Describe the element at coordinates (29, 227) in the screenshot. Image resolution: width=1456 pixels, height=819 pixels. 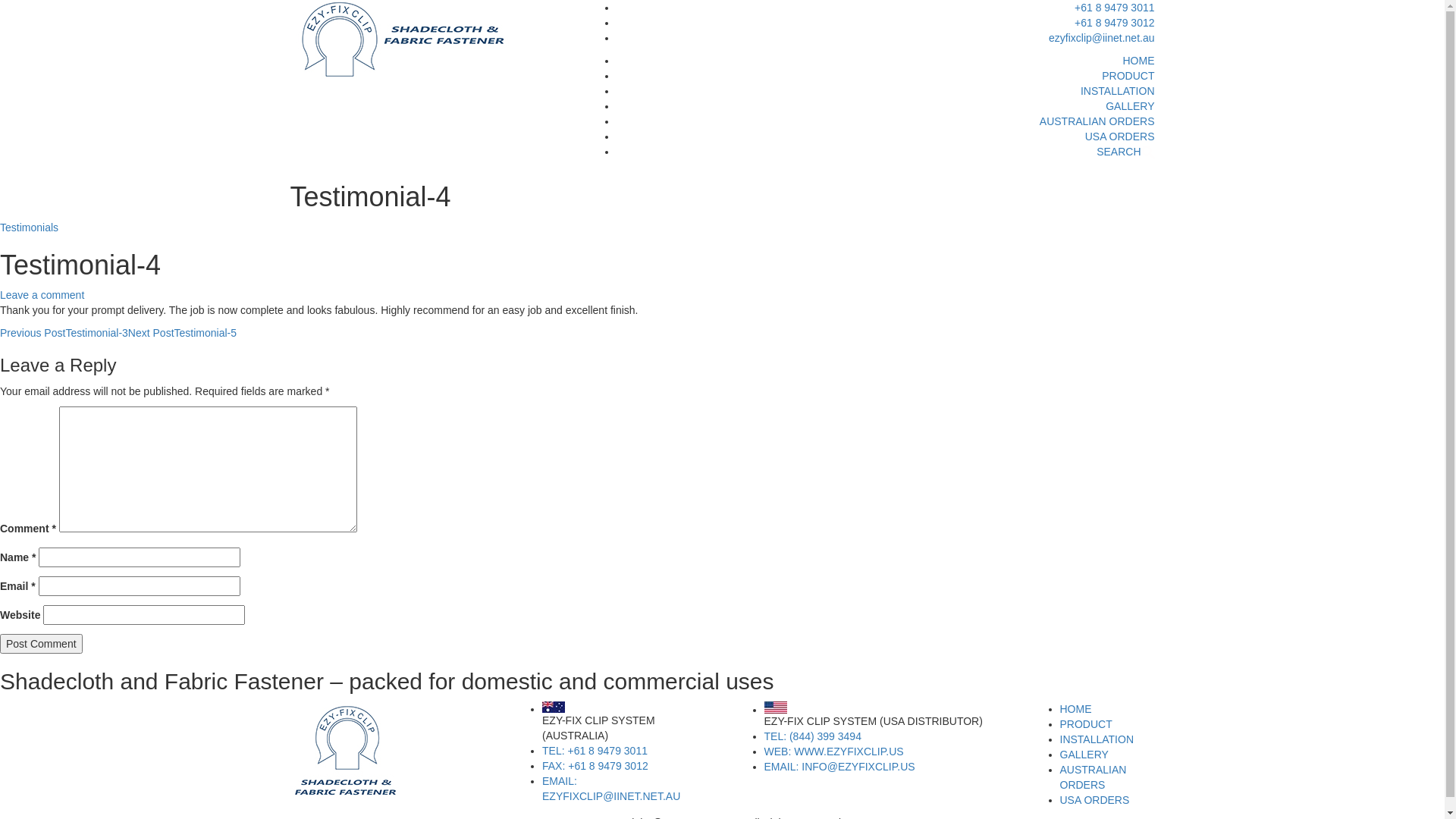
I see `'Testimonials'` at that location.